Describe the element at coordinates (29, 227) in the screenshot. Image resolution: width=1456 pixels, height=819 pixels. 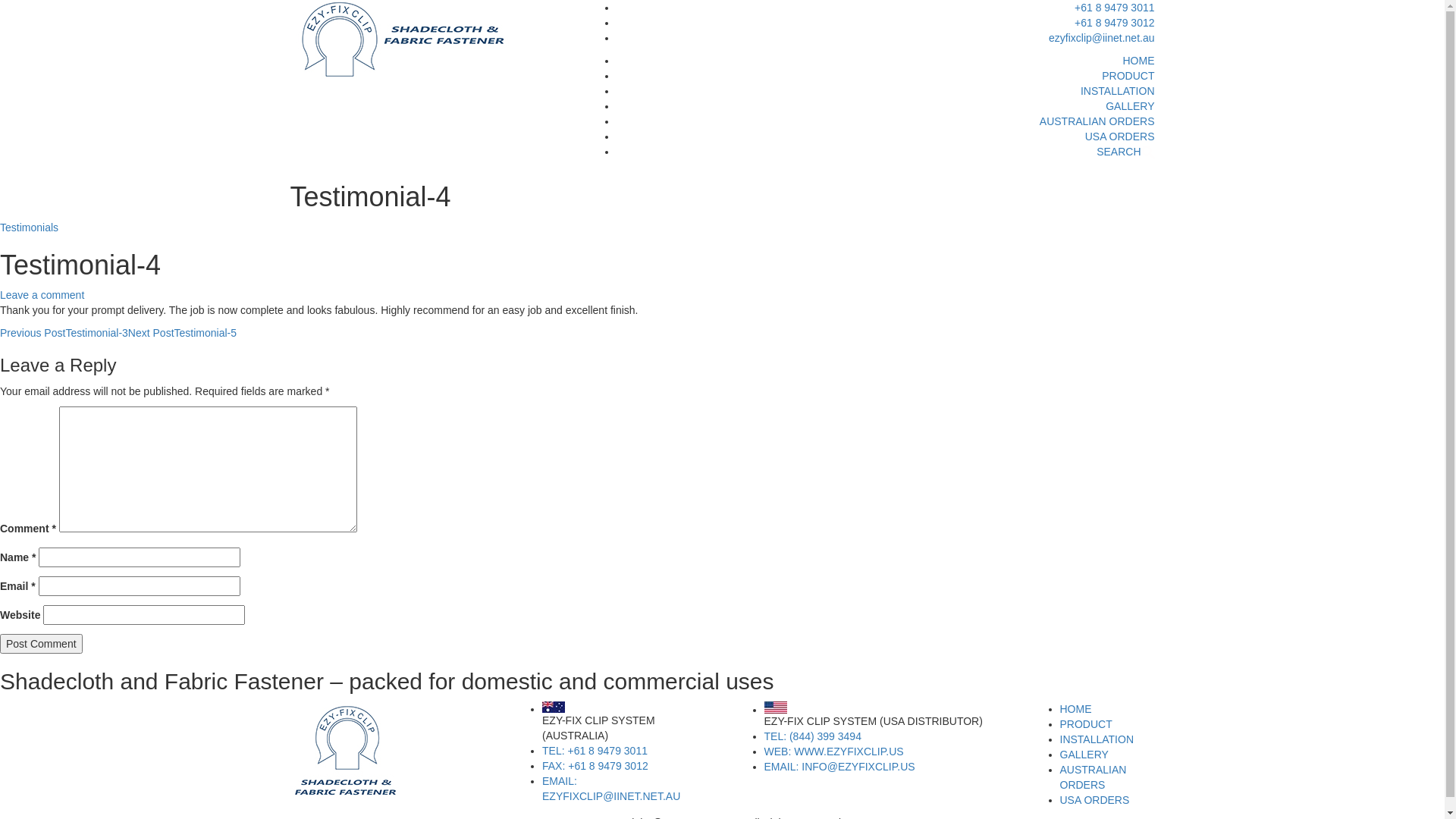
I see `'Testimonials'` at that location.